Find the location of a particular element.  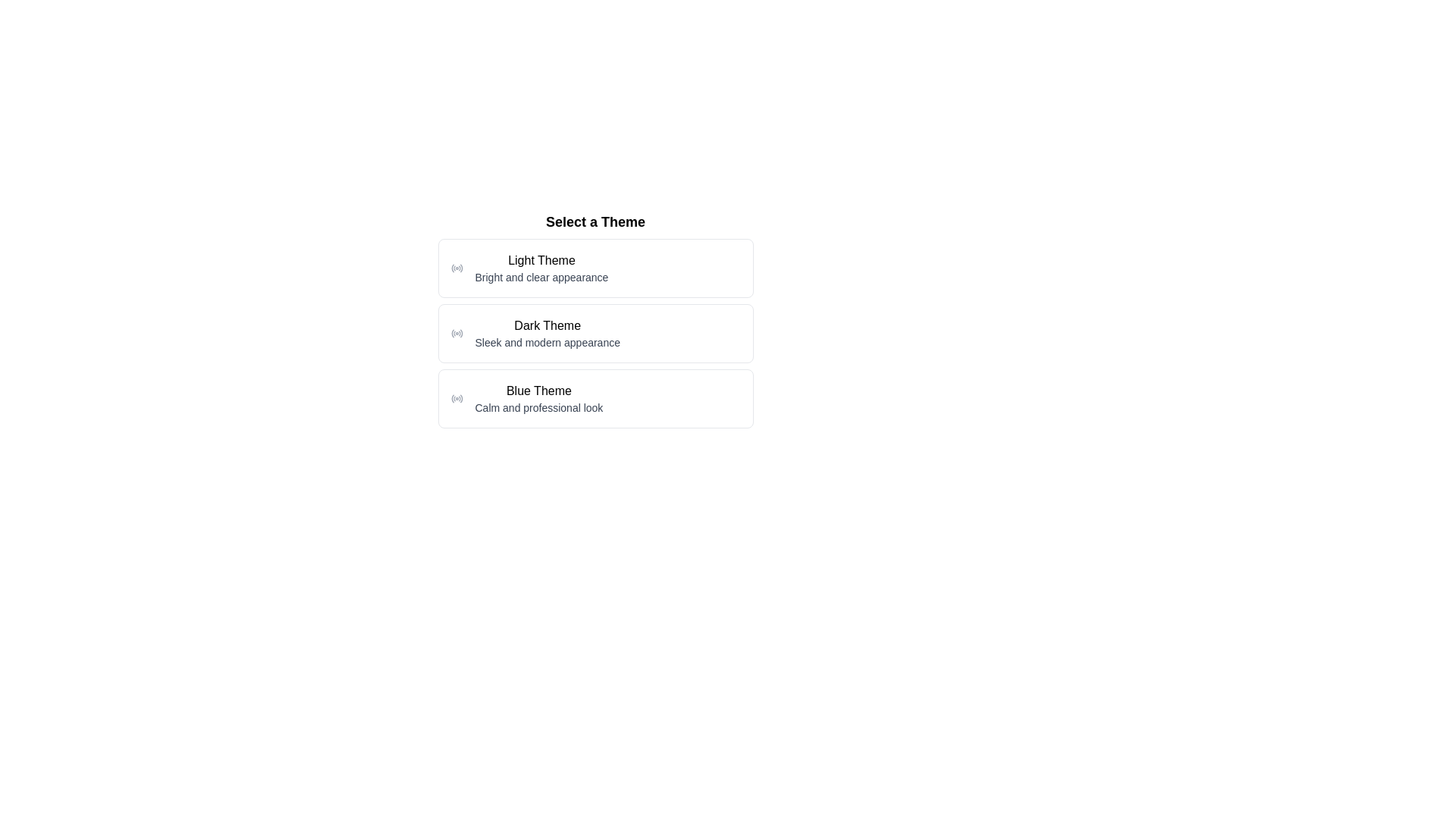

the 'Dark Theme' text label, which contains the title 'Dark Theme' in medium font and a caption 'Sleek and modern appearance' in smaller gray text, positioned as the second option in a vertical list of themes is located at coordinates (547, 332).